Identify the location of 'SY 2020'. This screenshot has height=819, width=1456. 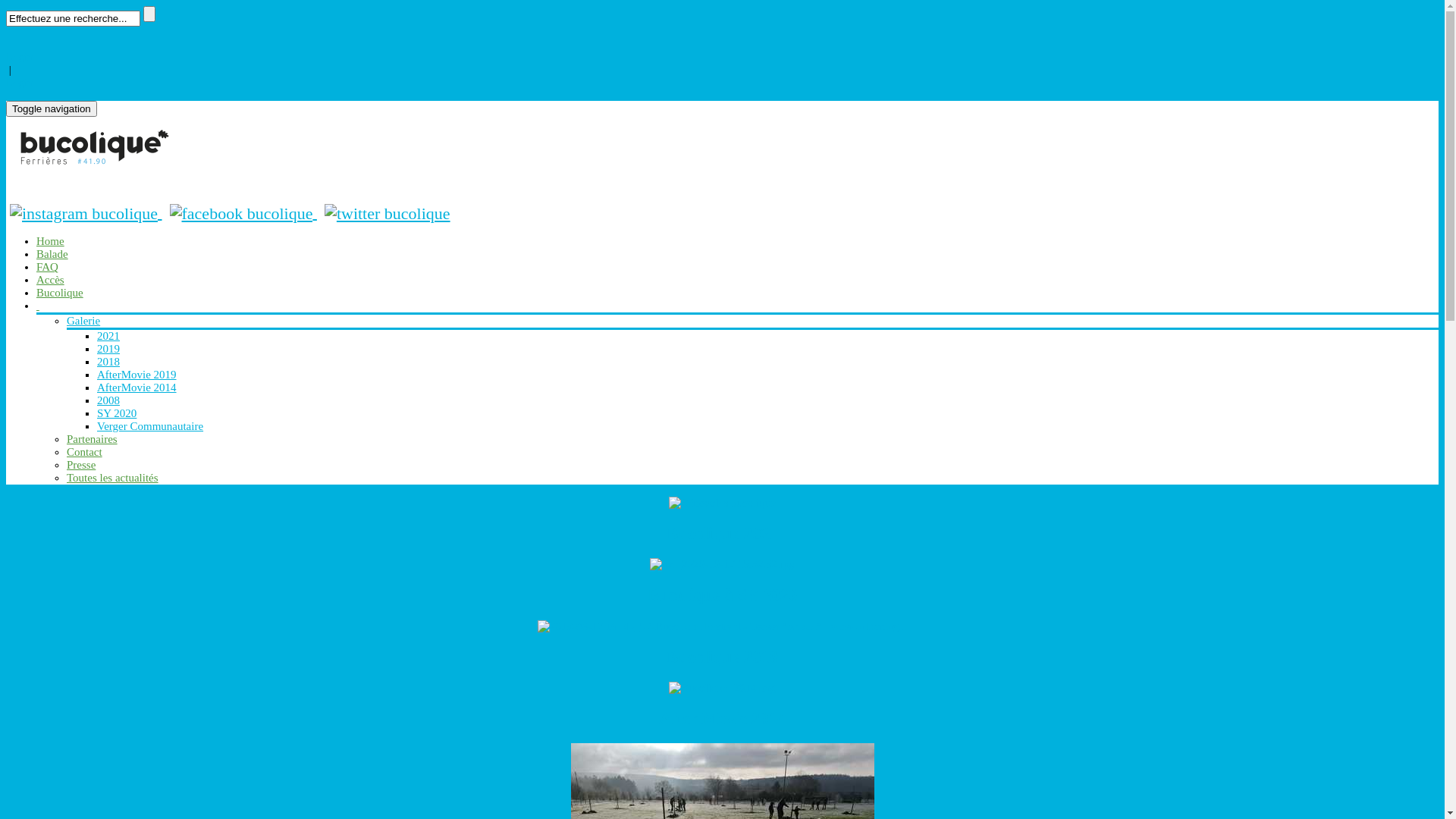
(96, 413).